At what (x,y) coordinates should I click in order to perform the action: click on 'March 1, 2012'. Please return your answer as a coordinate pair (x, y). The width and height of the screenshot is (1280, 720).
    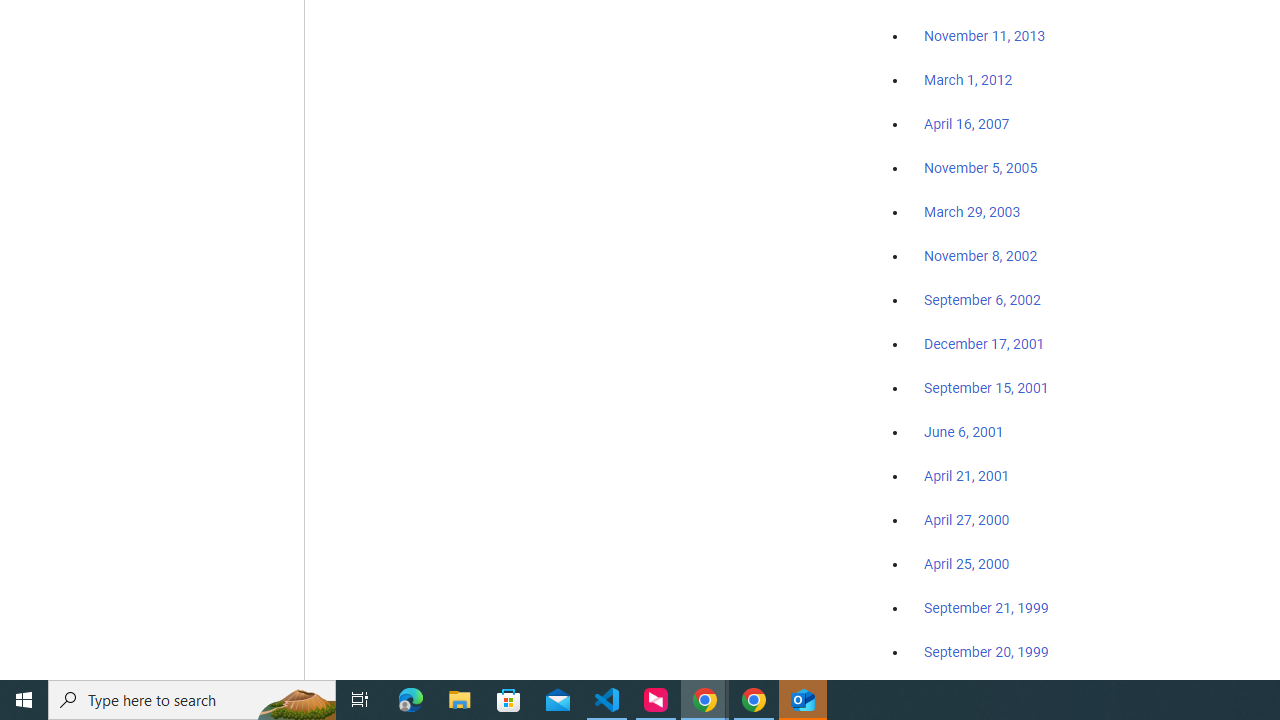
    Looking at the image, I should click on (968, 80).